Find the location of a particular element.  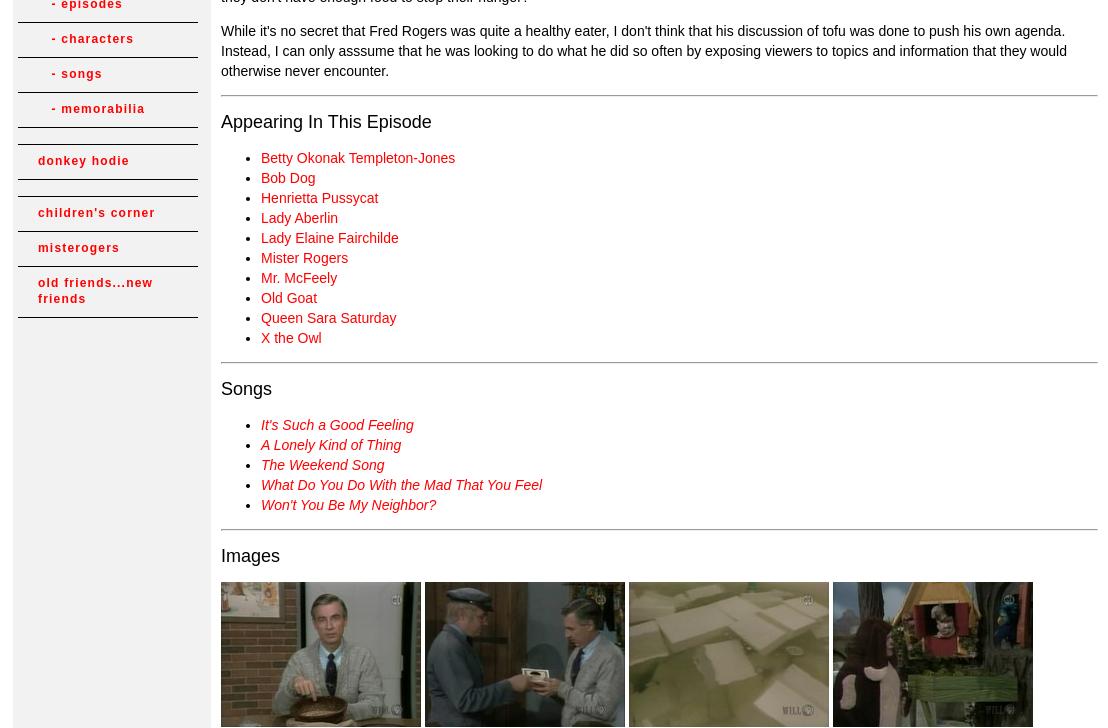

'Betty Okonak Templeton-Jones' is located at coordinates (260, 157).